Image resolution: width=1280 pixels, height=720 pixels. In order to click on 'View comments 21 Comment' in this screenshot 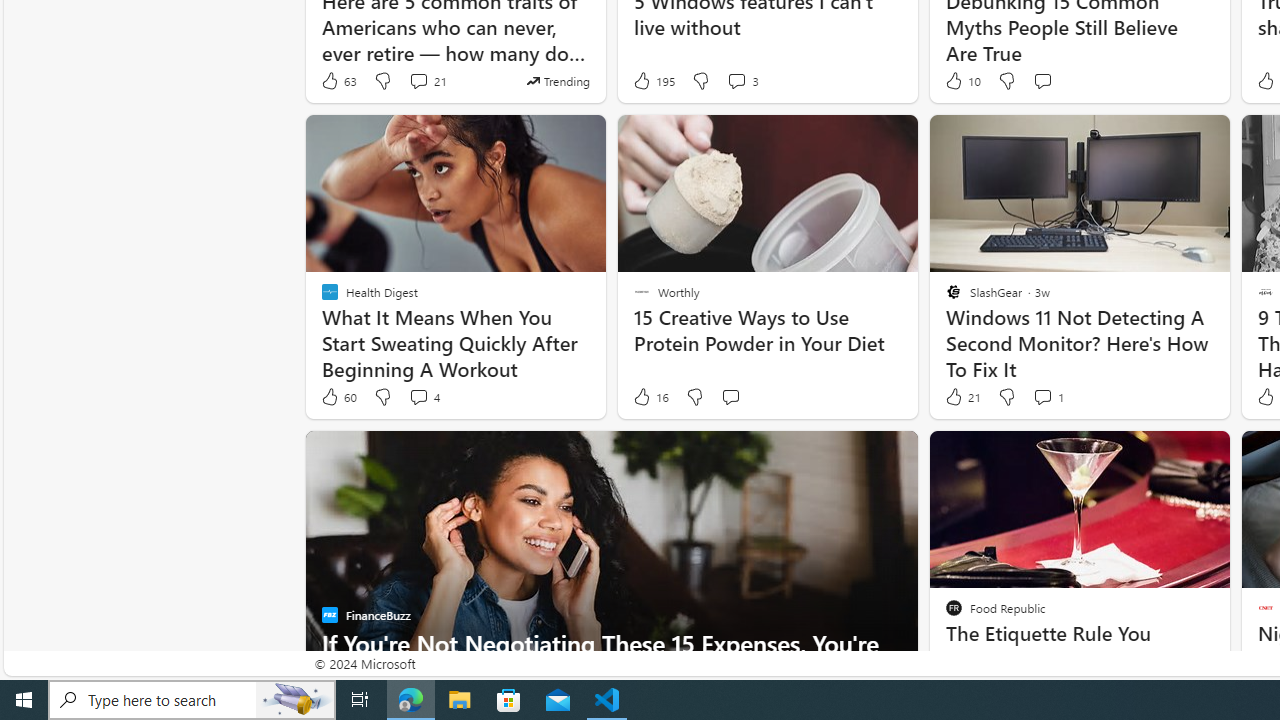, I will do `click(417, 80)`.